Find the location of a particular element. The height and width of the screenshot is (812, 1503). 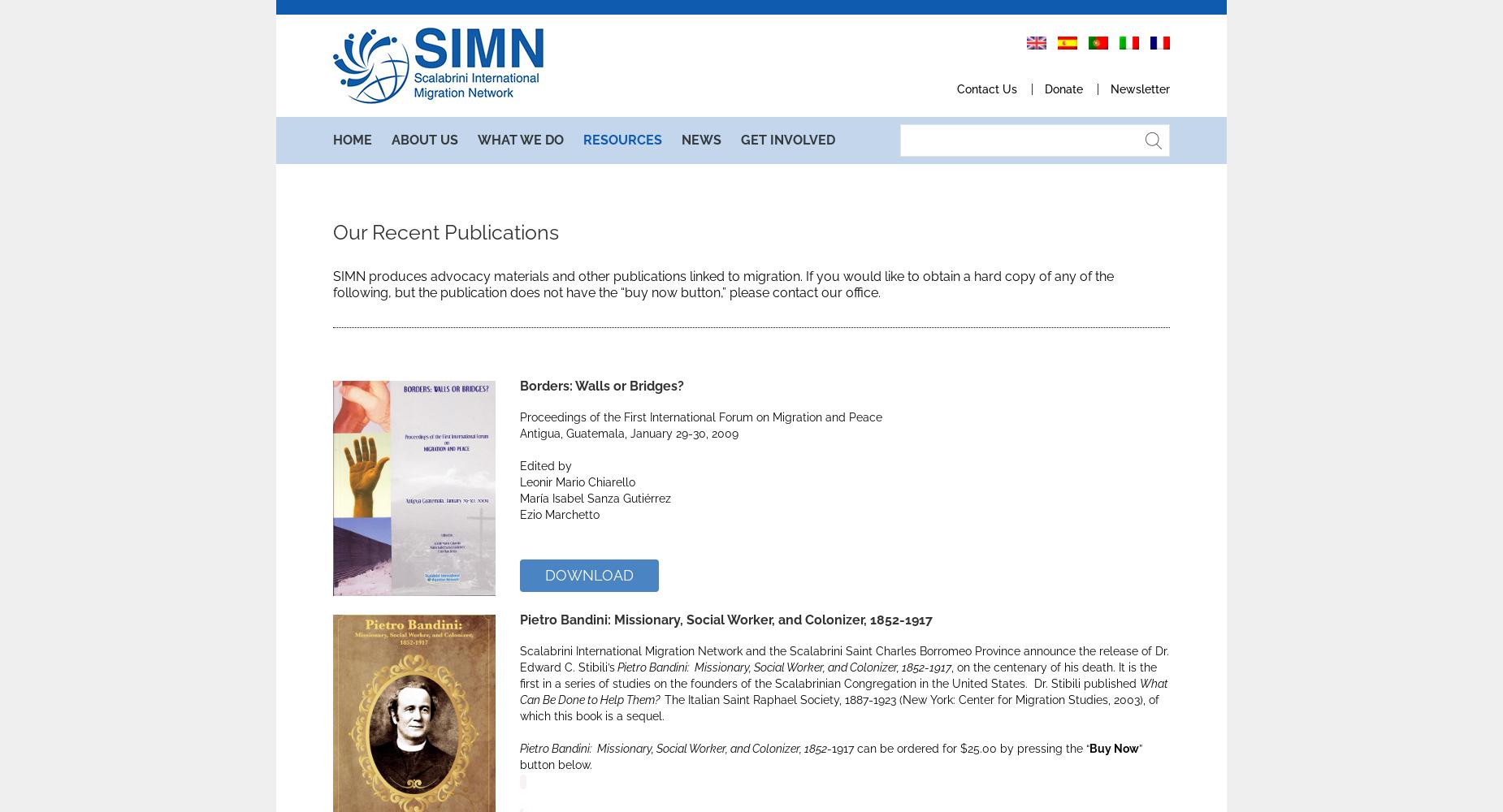

'History' is located at coordinates (418, 232).